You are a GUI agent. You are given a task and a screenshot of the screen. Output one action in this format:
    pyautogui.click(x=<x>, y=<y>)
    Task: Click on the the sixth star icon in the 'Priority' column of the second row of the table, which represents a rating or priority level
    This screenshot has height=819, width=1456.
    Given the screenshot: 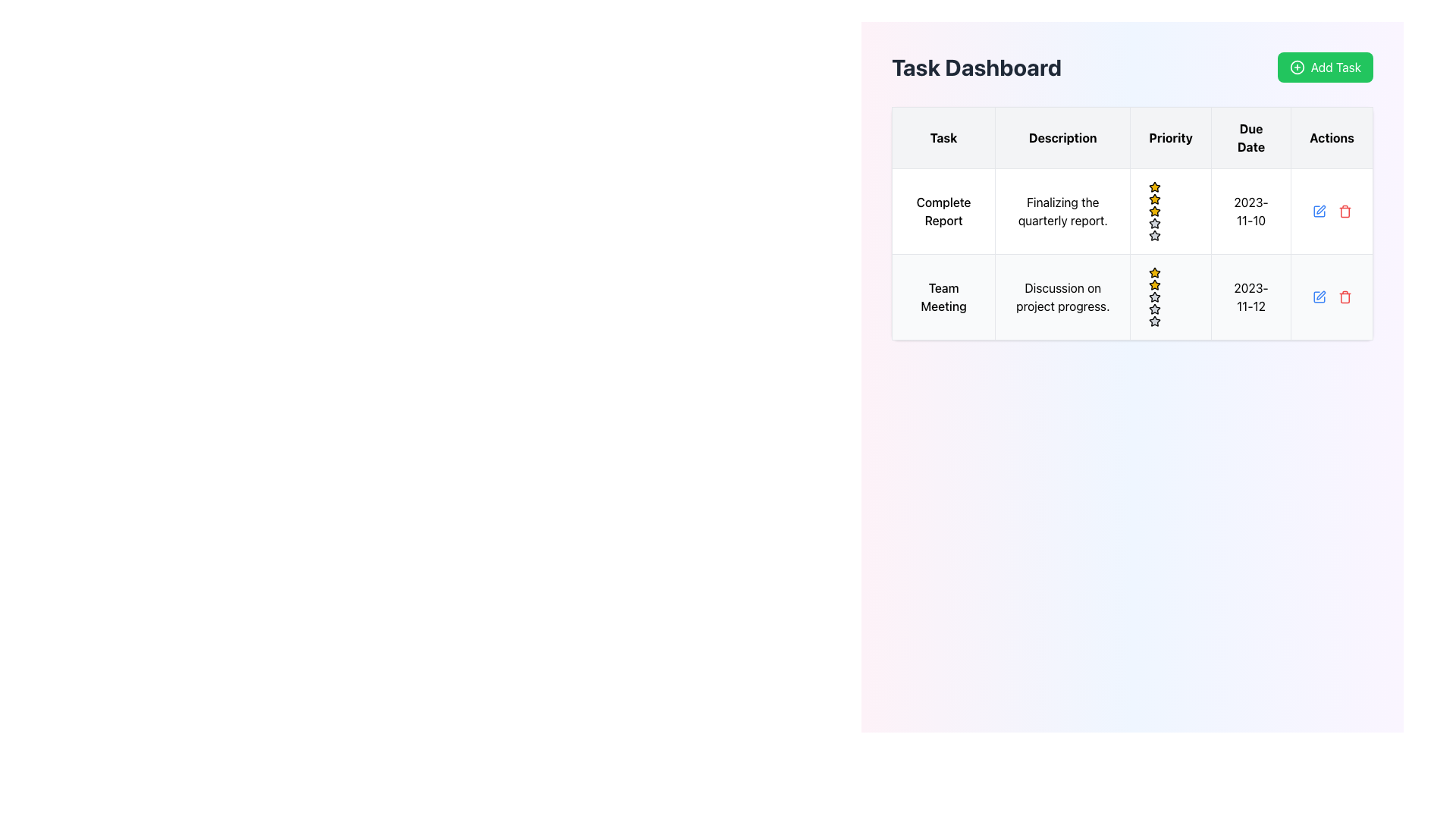 What is the action you would take?
    pyautogui.click(x=1154, y=223)
    